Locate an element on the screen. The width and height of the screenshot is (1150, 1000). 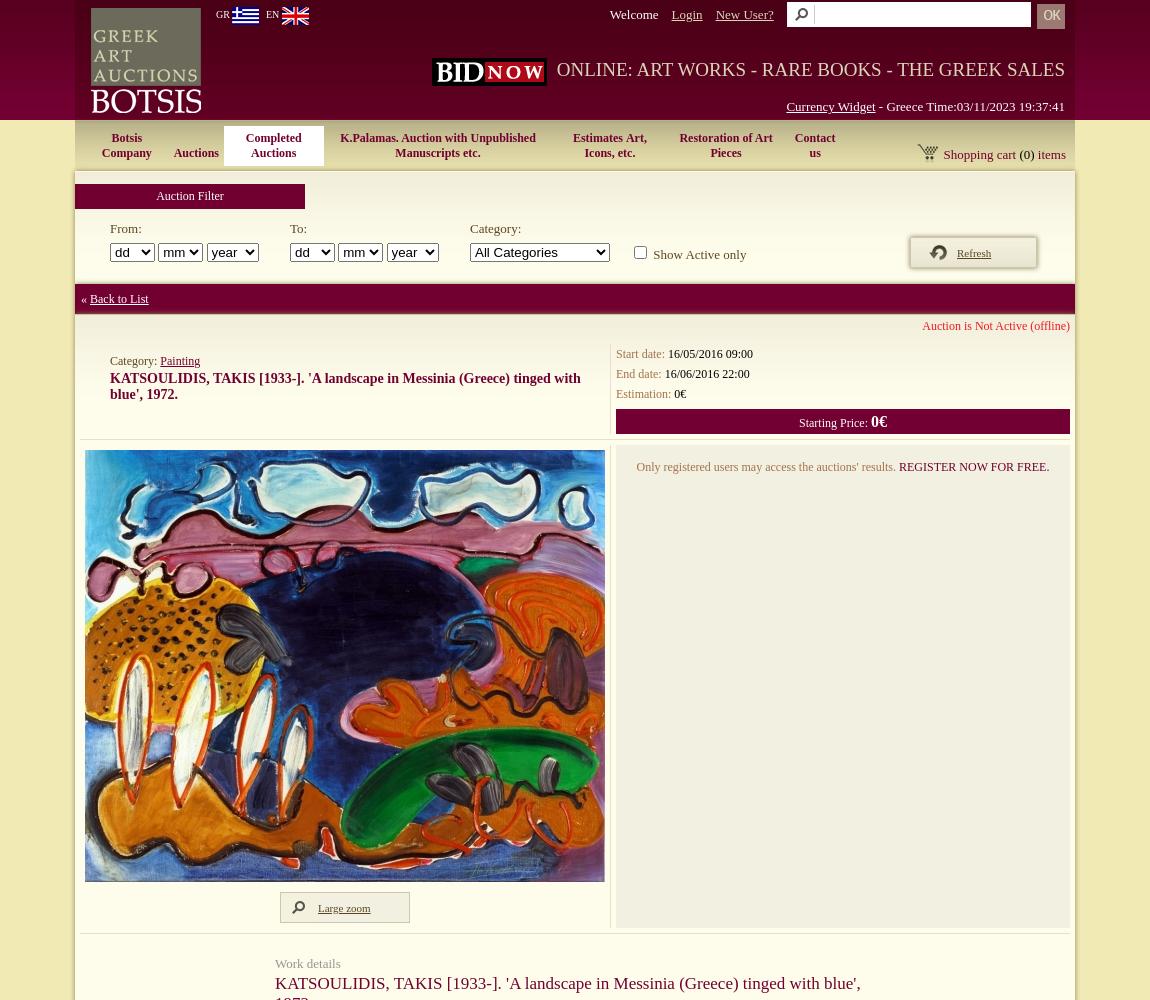
'items' is located at coordinates (1049, 154).